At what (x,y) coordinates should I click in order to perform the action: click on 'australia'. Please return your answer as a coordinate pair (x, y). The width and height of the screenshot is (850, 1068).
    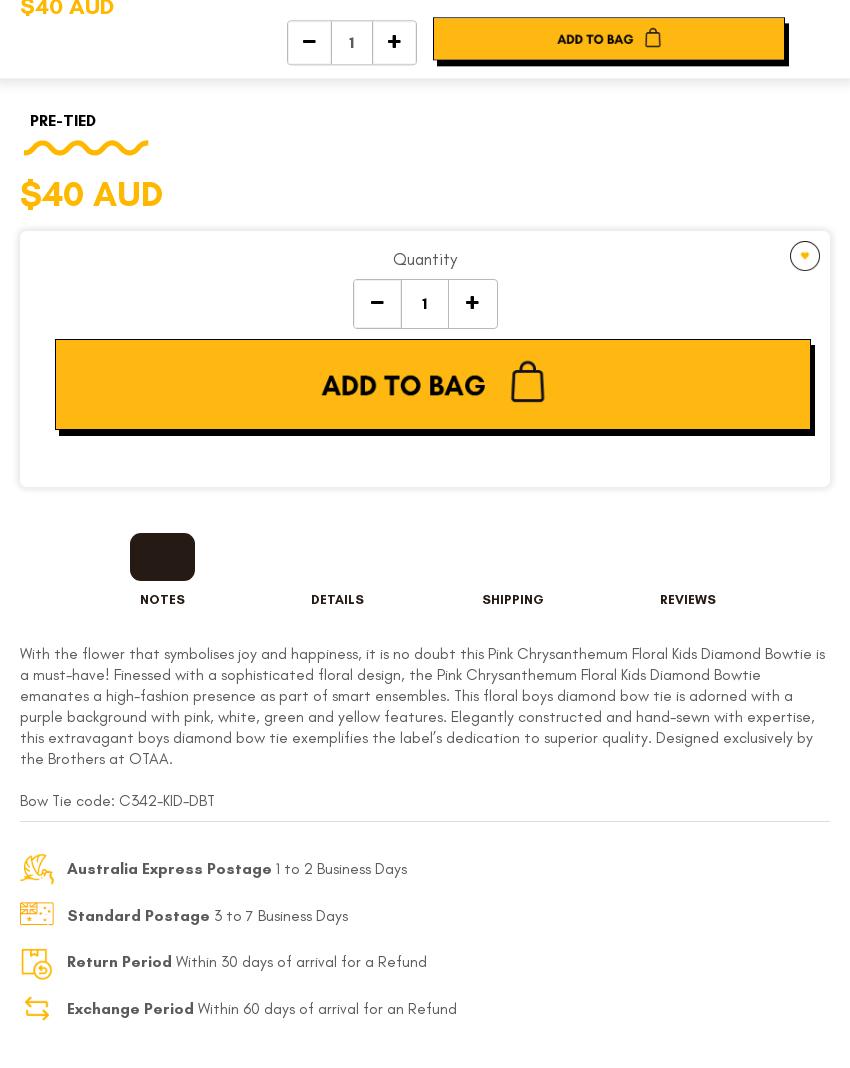
    Looking at the image, I should click on (531, 460).